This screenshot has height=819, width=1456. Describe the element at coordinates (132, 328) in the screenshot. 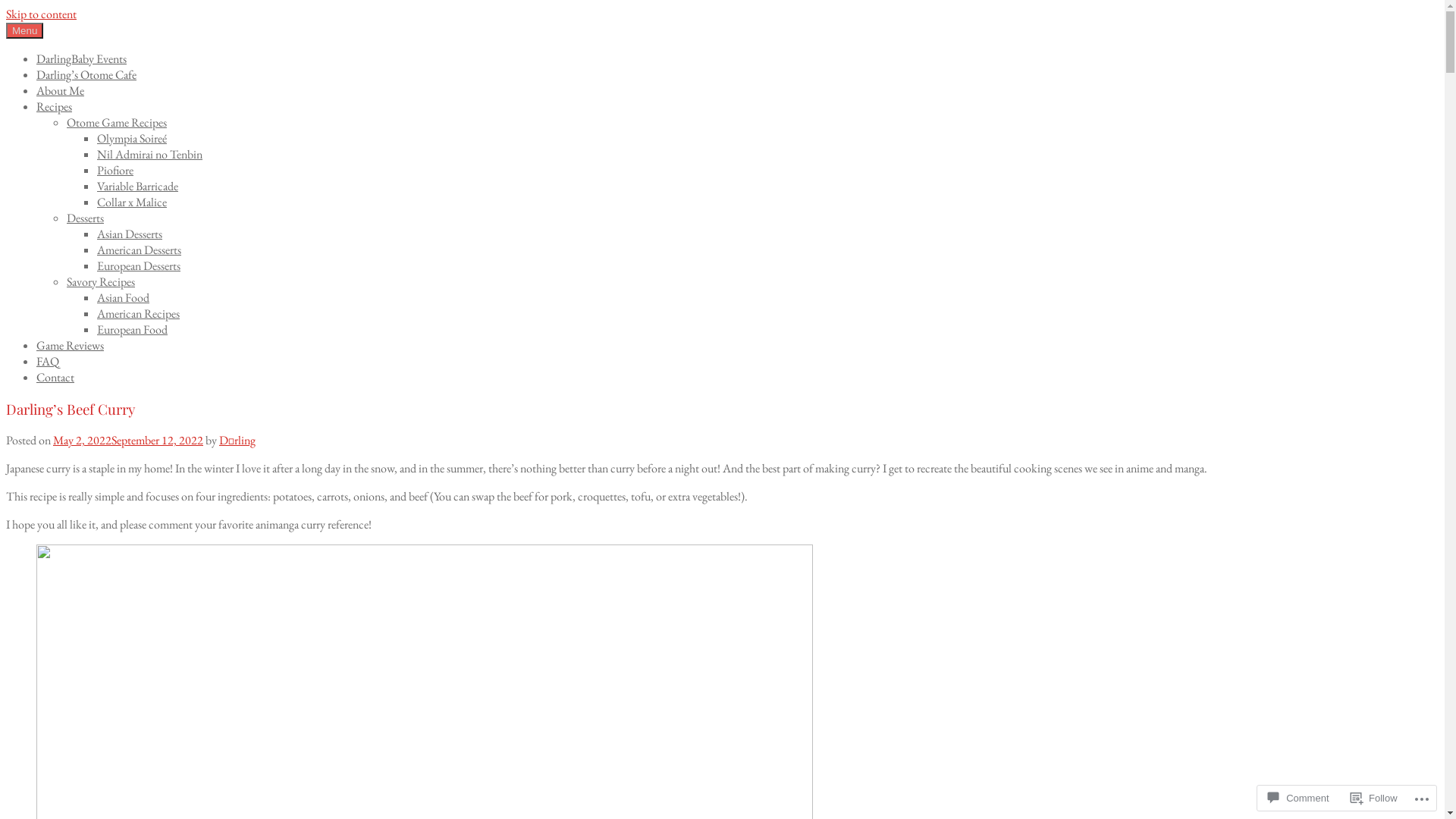

I see `'European Food'` at that location.